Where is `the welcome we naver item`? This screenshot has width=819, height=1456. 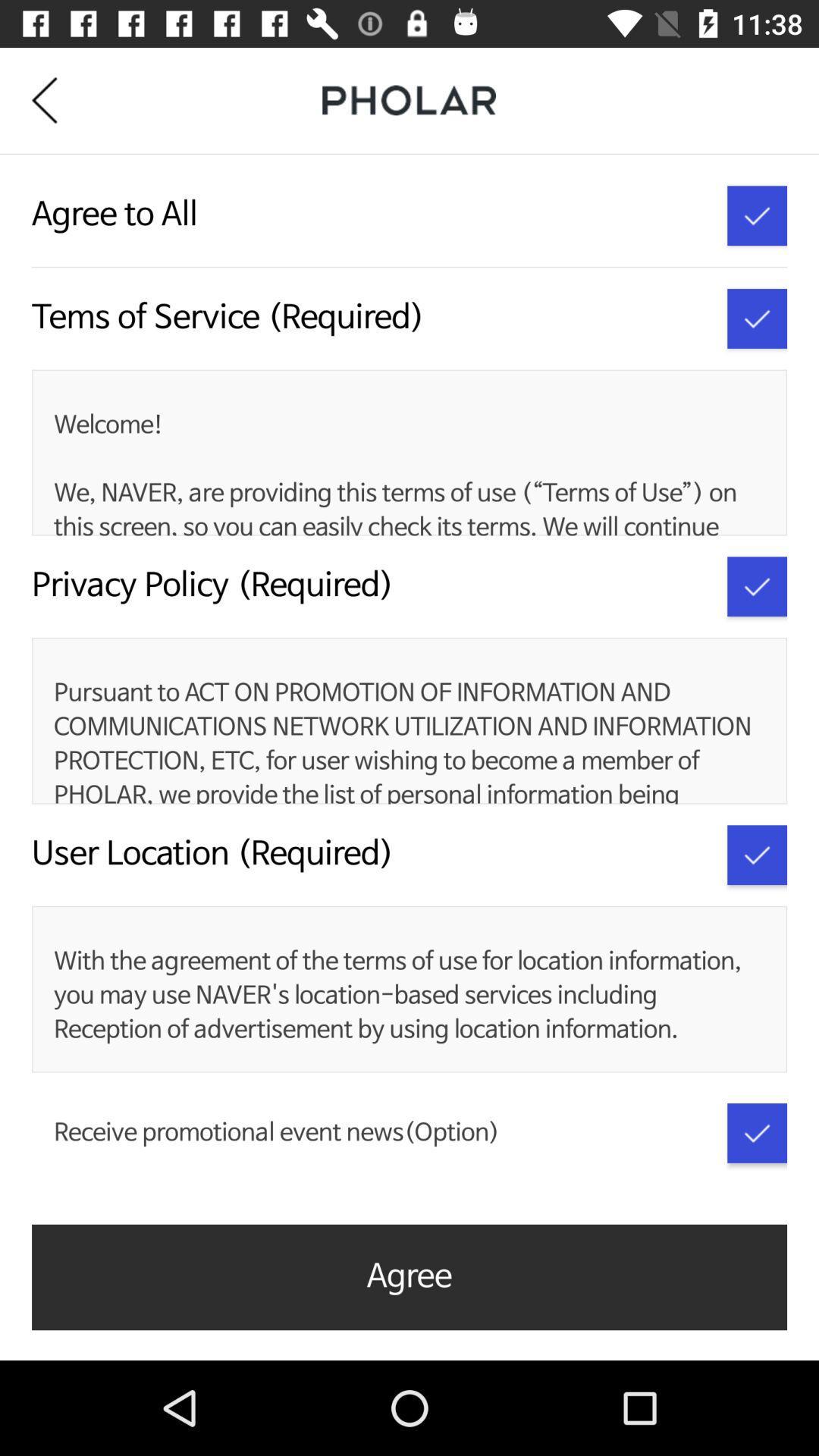 the welcome we naver item is located at coordinates (405, 472).